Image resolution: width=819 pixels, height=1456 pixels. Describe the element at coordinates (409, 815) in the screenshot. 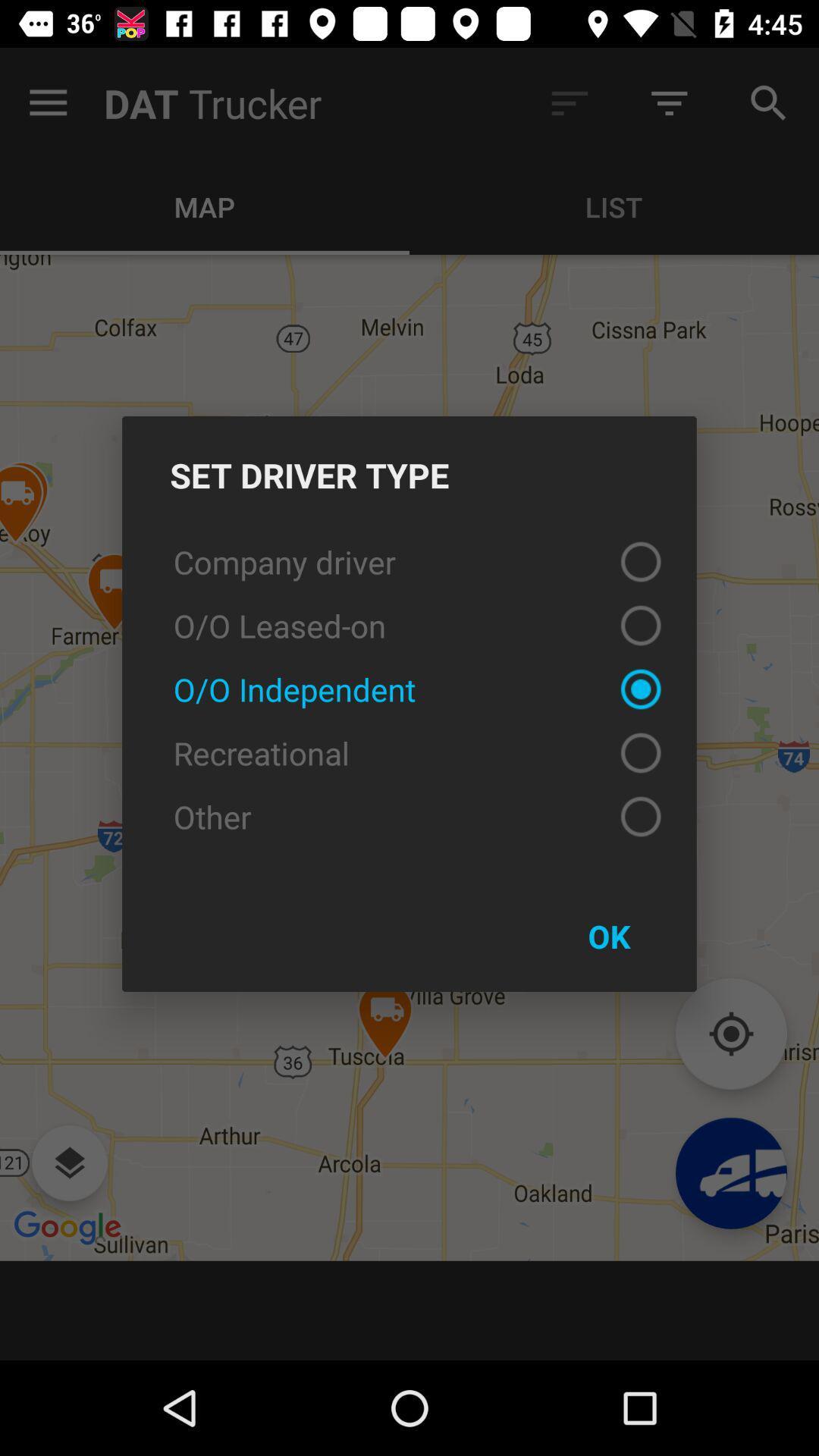

I see `the other item` at that location.